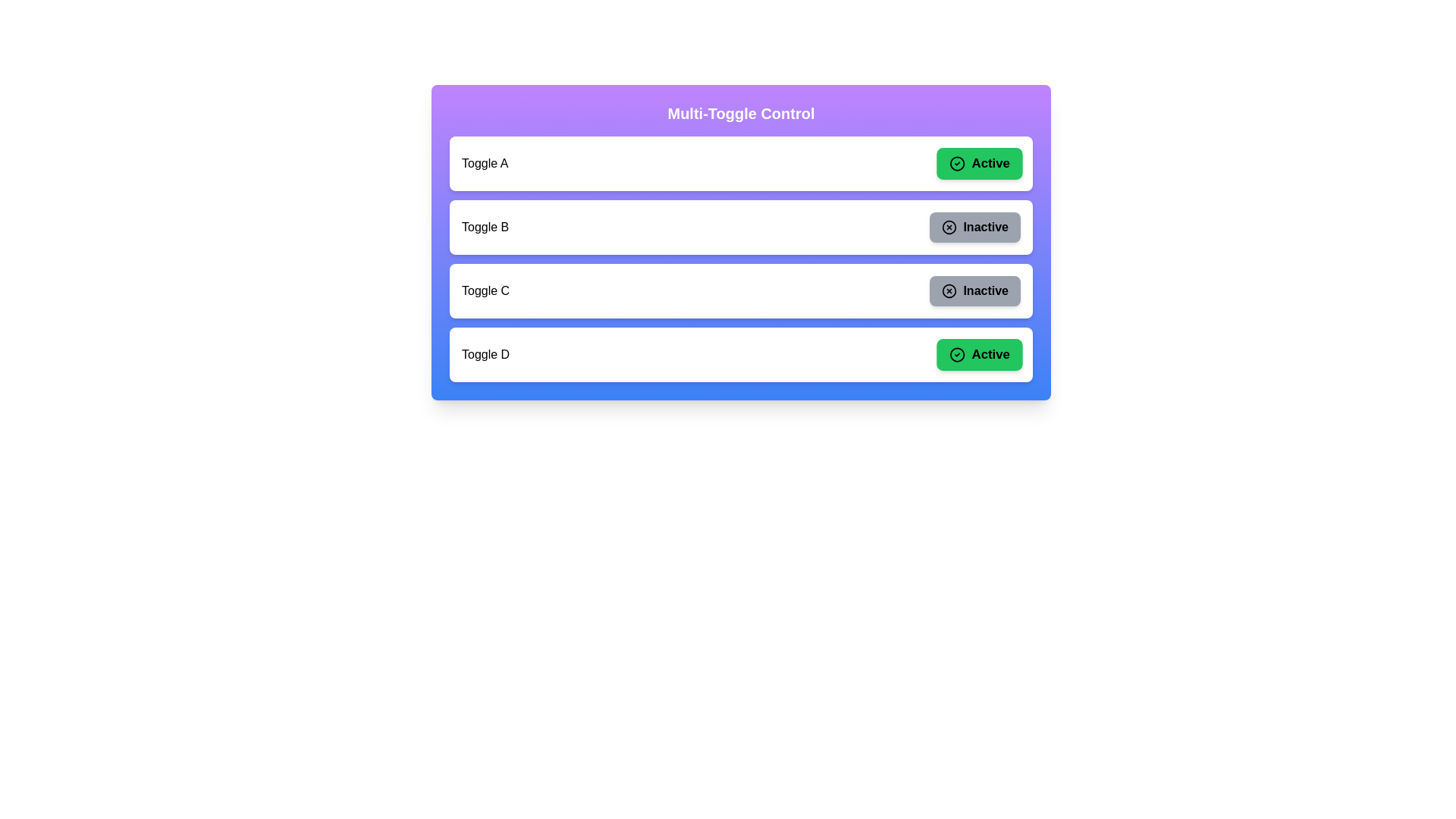 The height and width of the screenshot is (819, 1456). Describe the element at coordinates (741, 242) in the screenshot. I see `the second toggle button in the 'Multi-Toggle Control' group to change its state` at that location.